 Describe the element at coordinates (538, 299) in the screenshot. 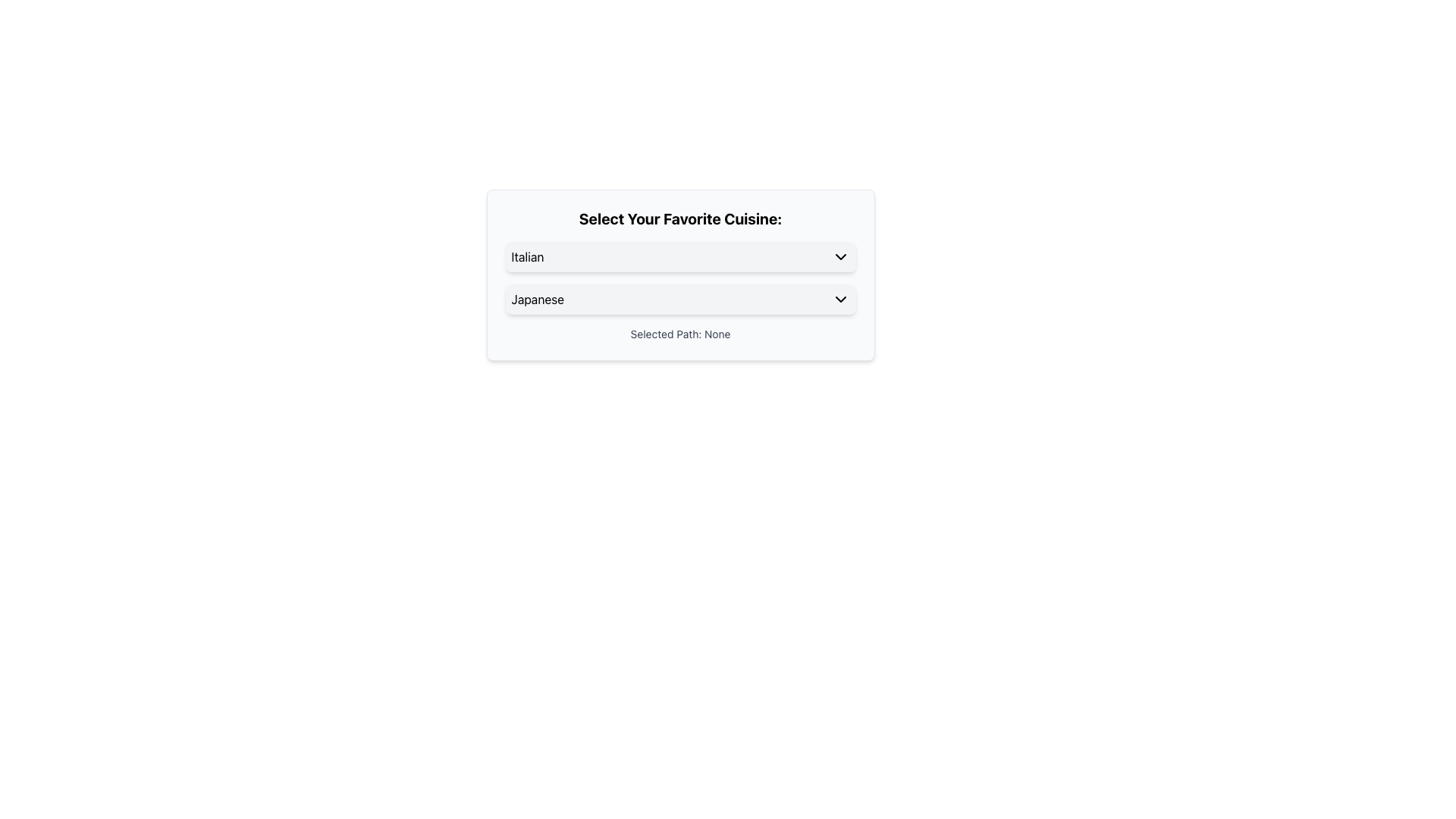

I see `the static text label displaying 'Japanese', which is styled in bold black font and located in a white rounded box with a gray background` at that location.